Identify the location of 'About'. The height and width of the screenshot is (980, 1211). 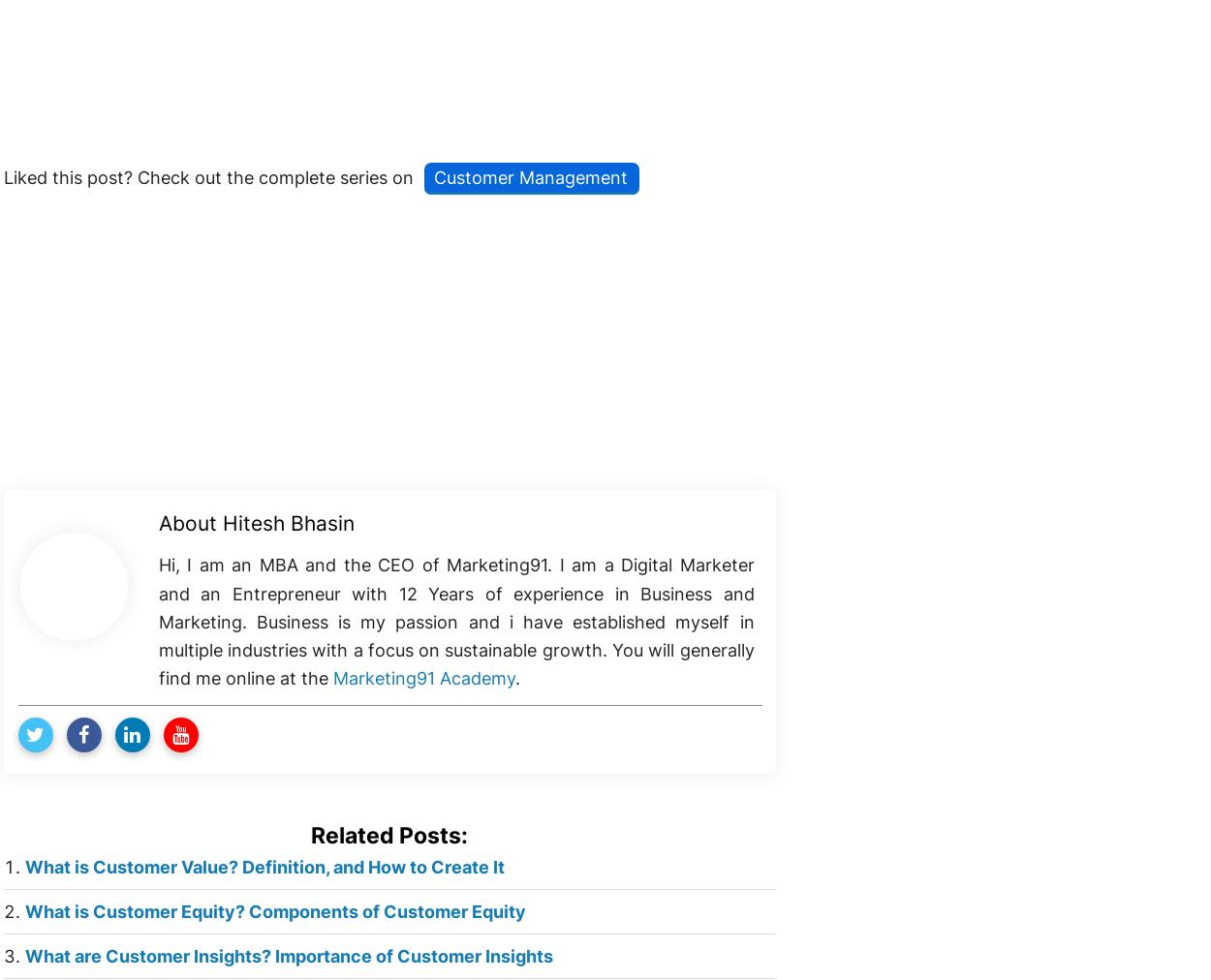
(189, 522).